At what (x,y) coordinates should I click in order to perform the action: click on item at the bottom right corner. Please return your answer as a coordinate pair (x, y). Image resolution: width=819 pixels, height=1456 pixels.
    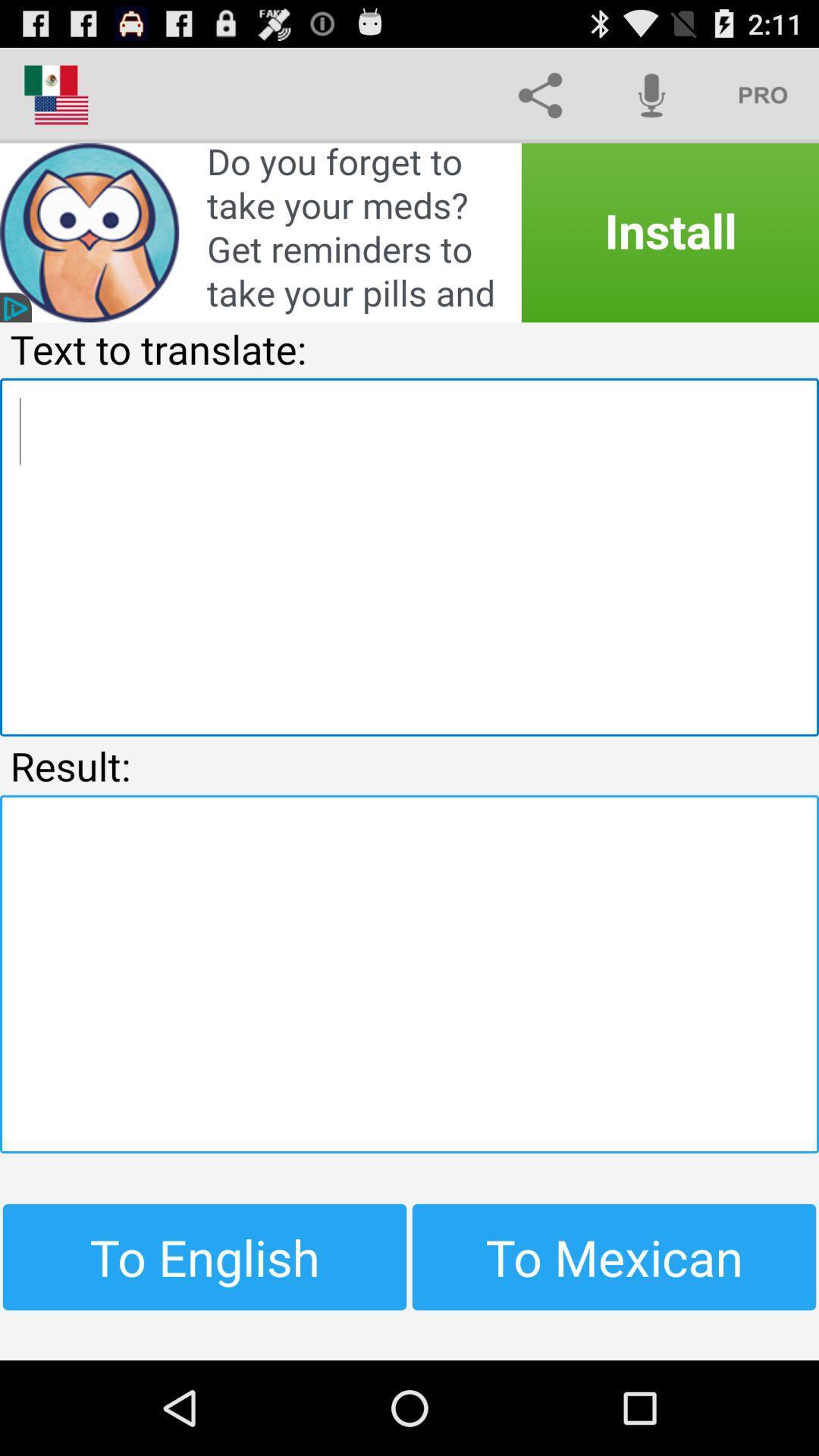
    Looking at the image, I should click on (614, 1257).